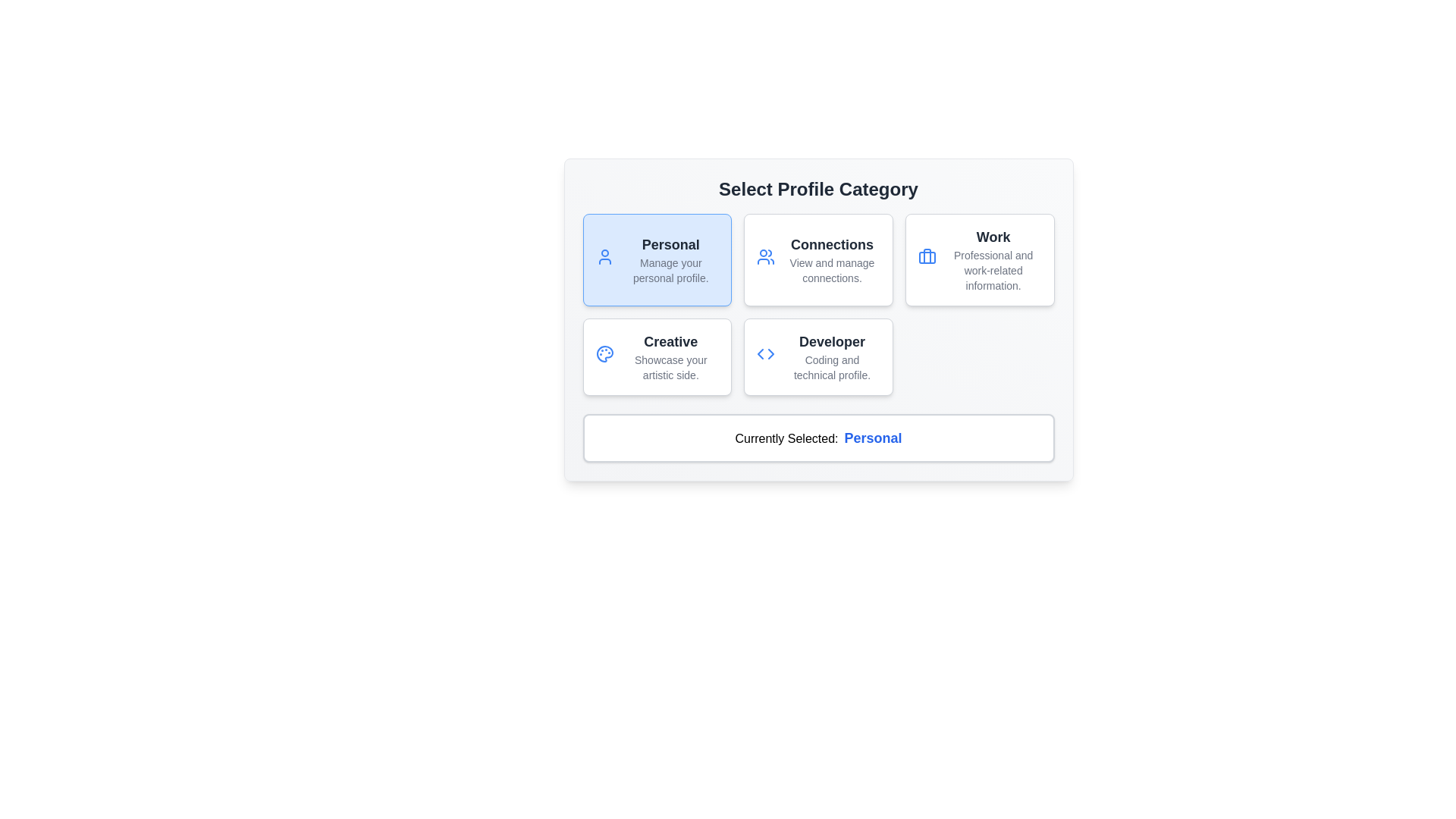  What do you see at coordinates (670, 368) in the screenshot?
I see `the text label 'Showcase your artistic side.' located below the title 'Creative'` at bounding box center [670, 368].